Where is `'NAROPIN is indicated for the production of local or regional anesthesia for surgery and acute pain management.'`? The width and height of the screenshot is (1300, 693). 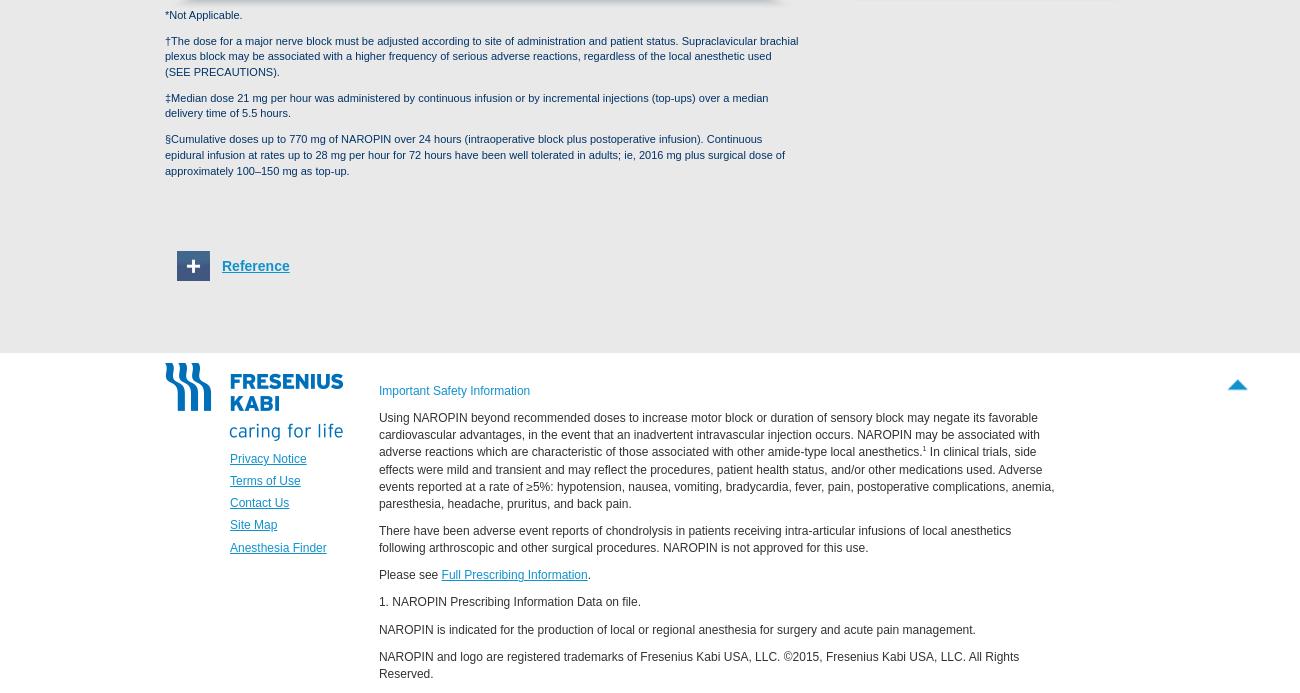
'NAROPIN is indicated for the production of local or regional anesthesia for surgery and acute pain management.' is located at coordinates (675, 628).